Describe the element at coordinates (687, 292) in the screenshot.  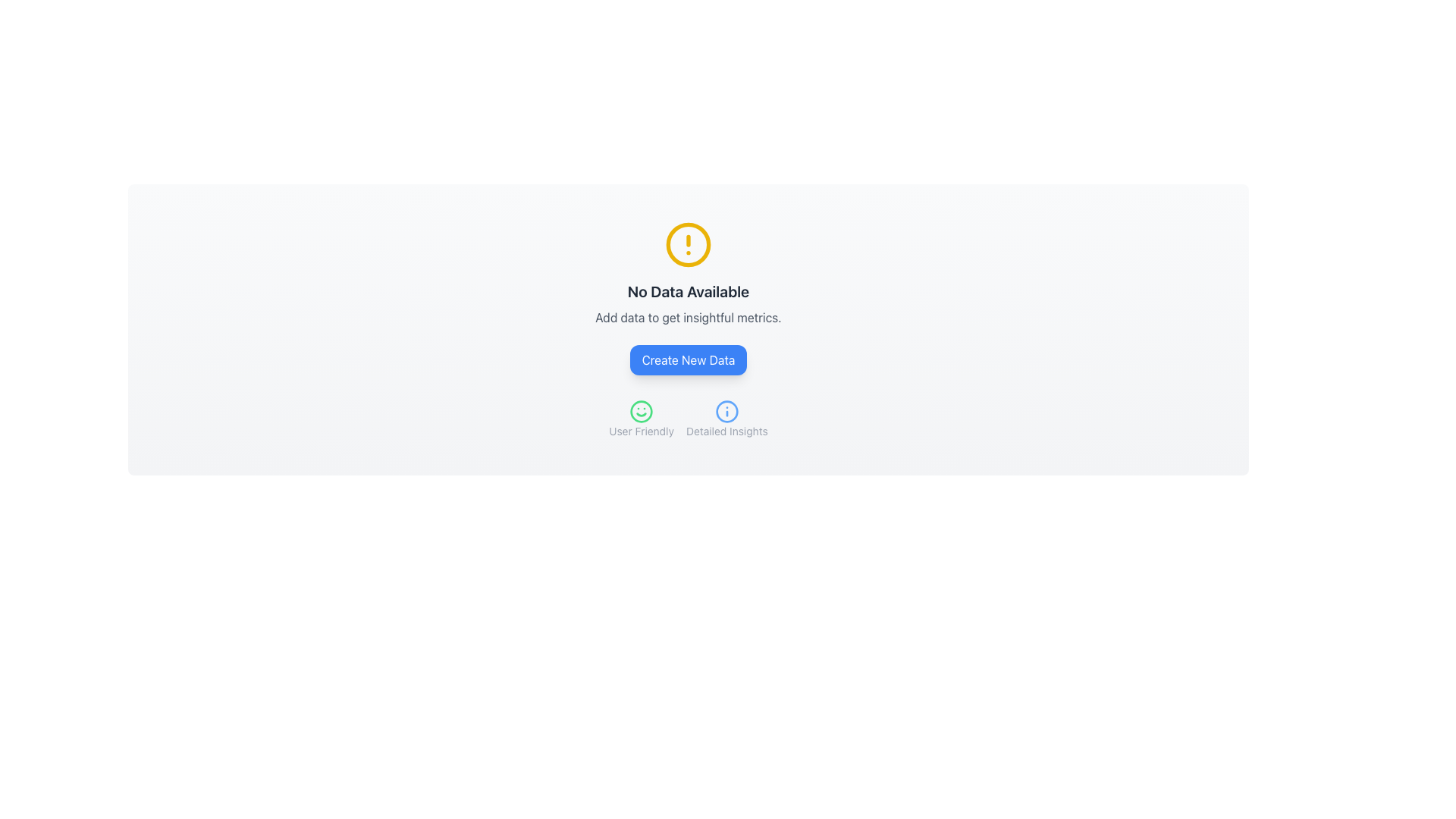
I see `the Text Display Element that displays 'No Data Available' in a bold, large serif font, located below an exclamation mark icon and above the text 'Add data to get insightful metrics.'` at that location.